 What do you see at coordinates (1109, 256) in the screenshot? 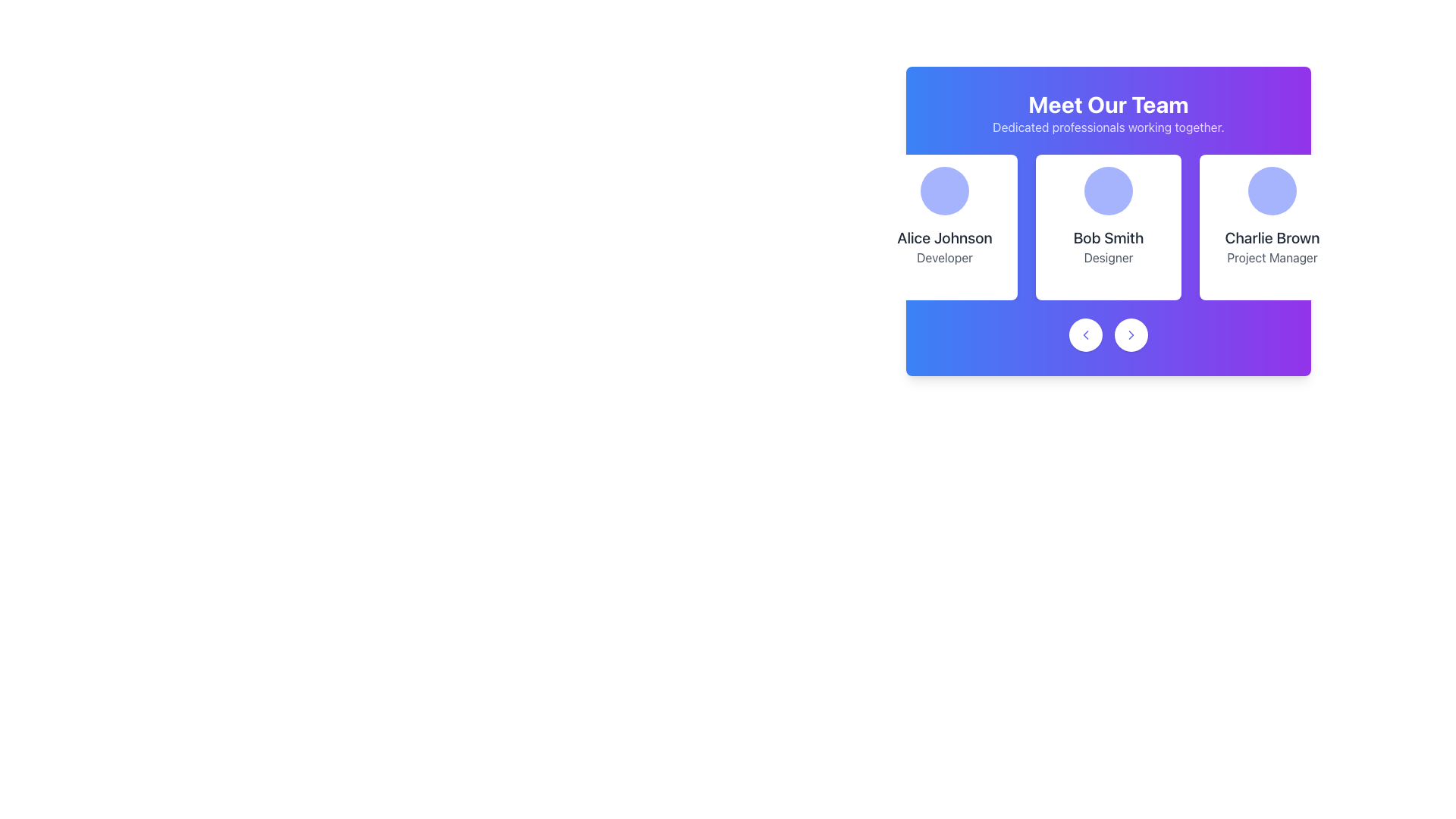
I see `the static text element that displays 'Designer', which is located below the name 'Bob Smith' in the middle card of a three-card layout` at bounding box center [1109, 256].